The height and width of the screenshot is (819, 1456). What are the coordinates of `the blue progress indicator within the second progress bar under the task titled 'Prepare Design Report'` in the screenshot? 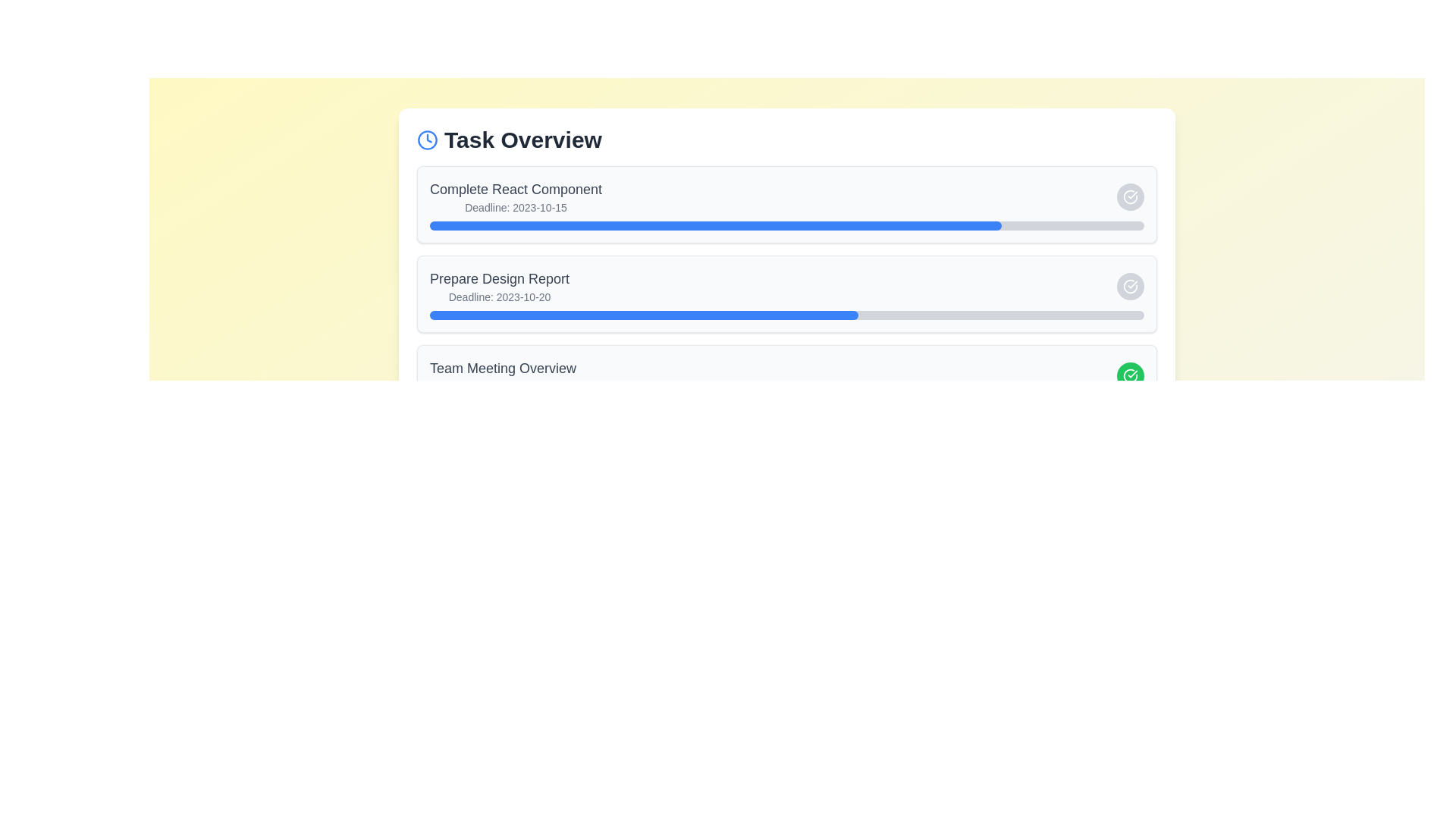 It's located at (644, 315).